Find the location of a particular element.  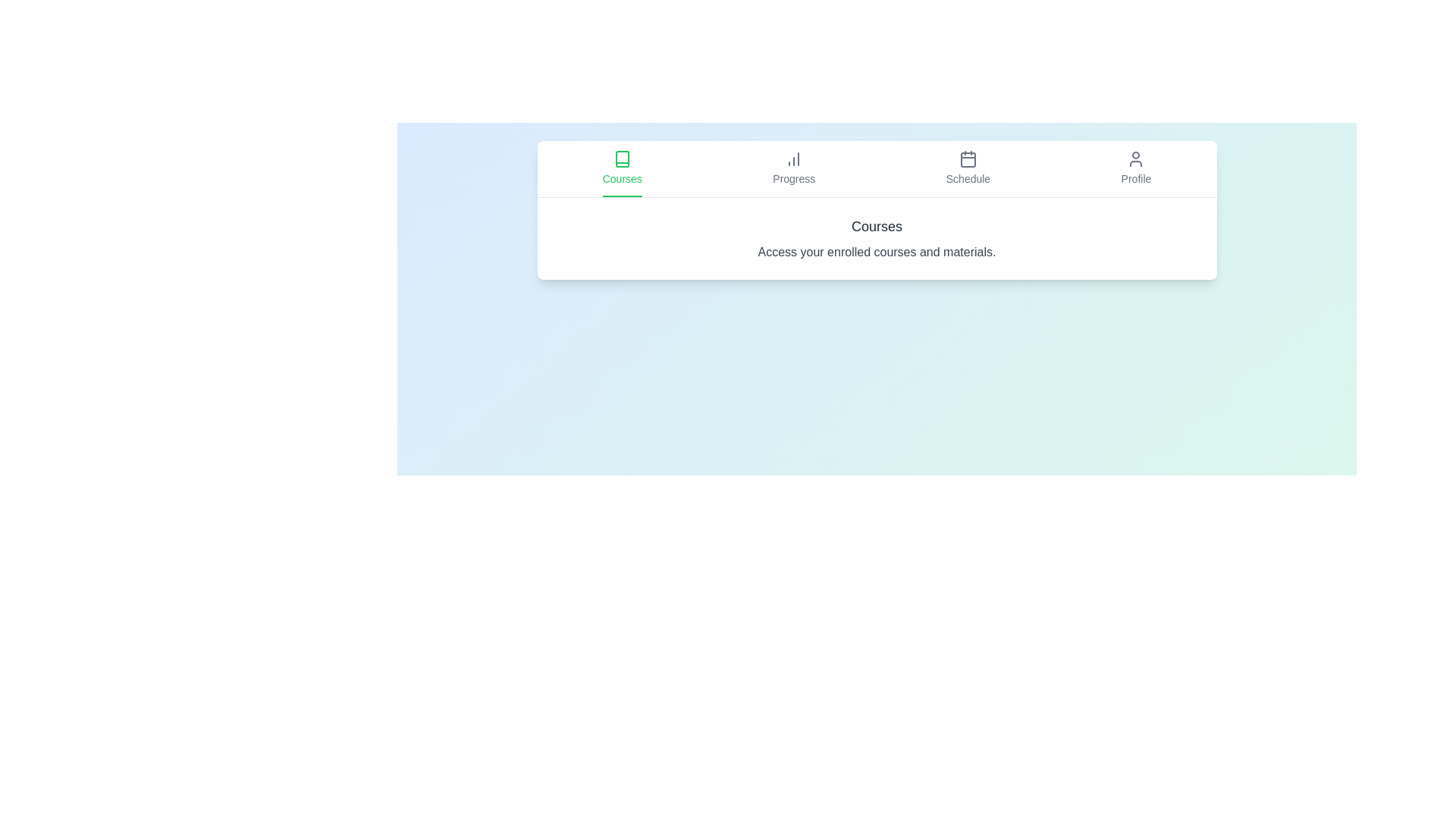

the tab labeled Schedule is located at coordinates (967, 169).